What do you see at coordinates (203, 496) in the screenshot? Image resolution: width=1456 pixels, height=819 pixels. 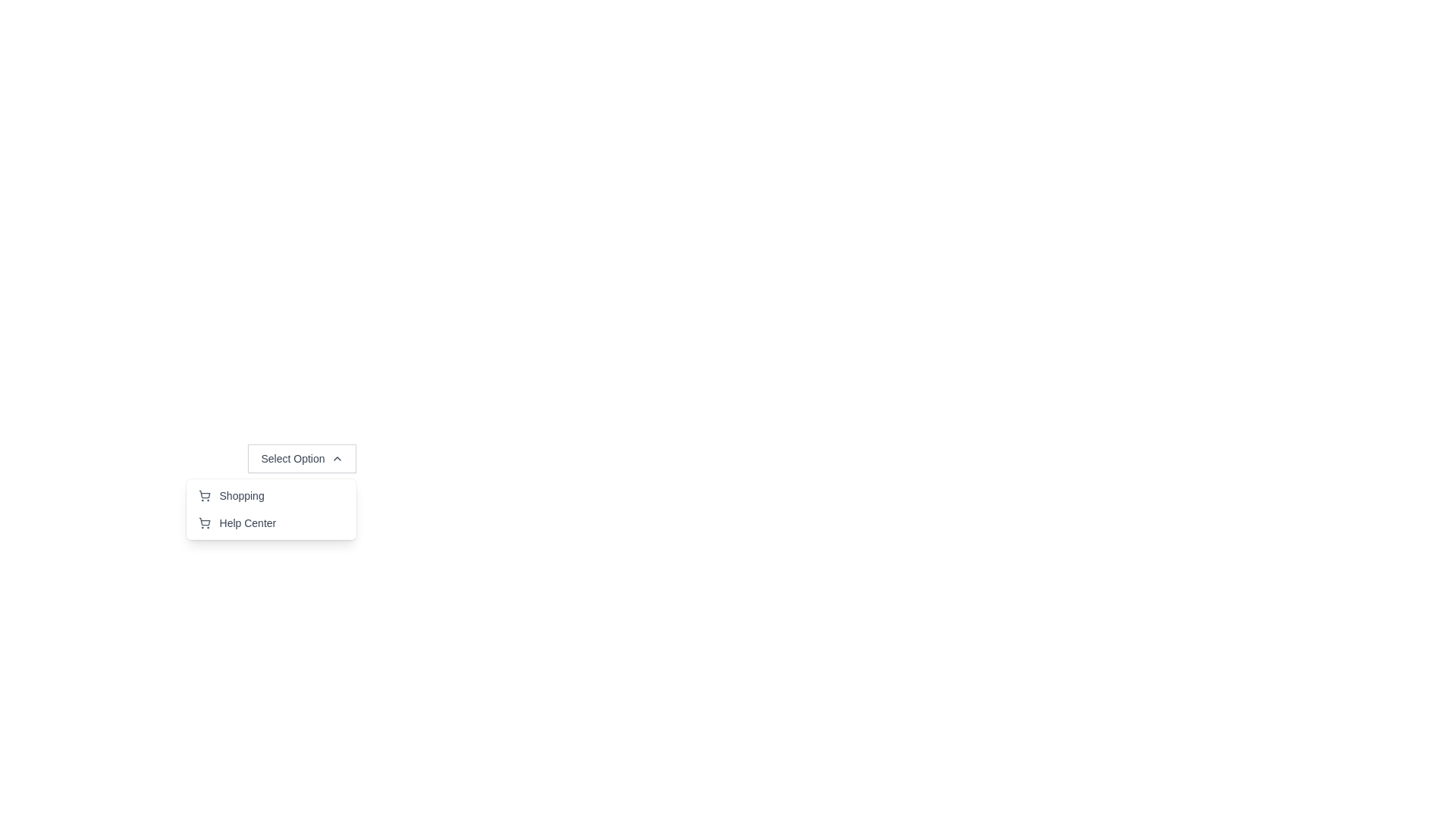 I see `the shopping cart SVG icon, which is gray and positioned to the left of the 'Shopping' label in the dropdown menu` at bounding box center [203, 496].